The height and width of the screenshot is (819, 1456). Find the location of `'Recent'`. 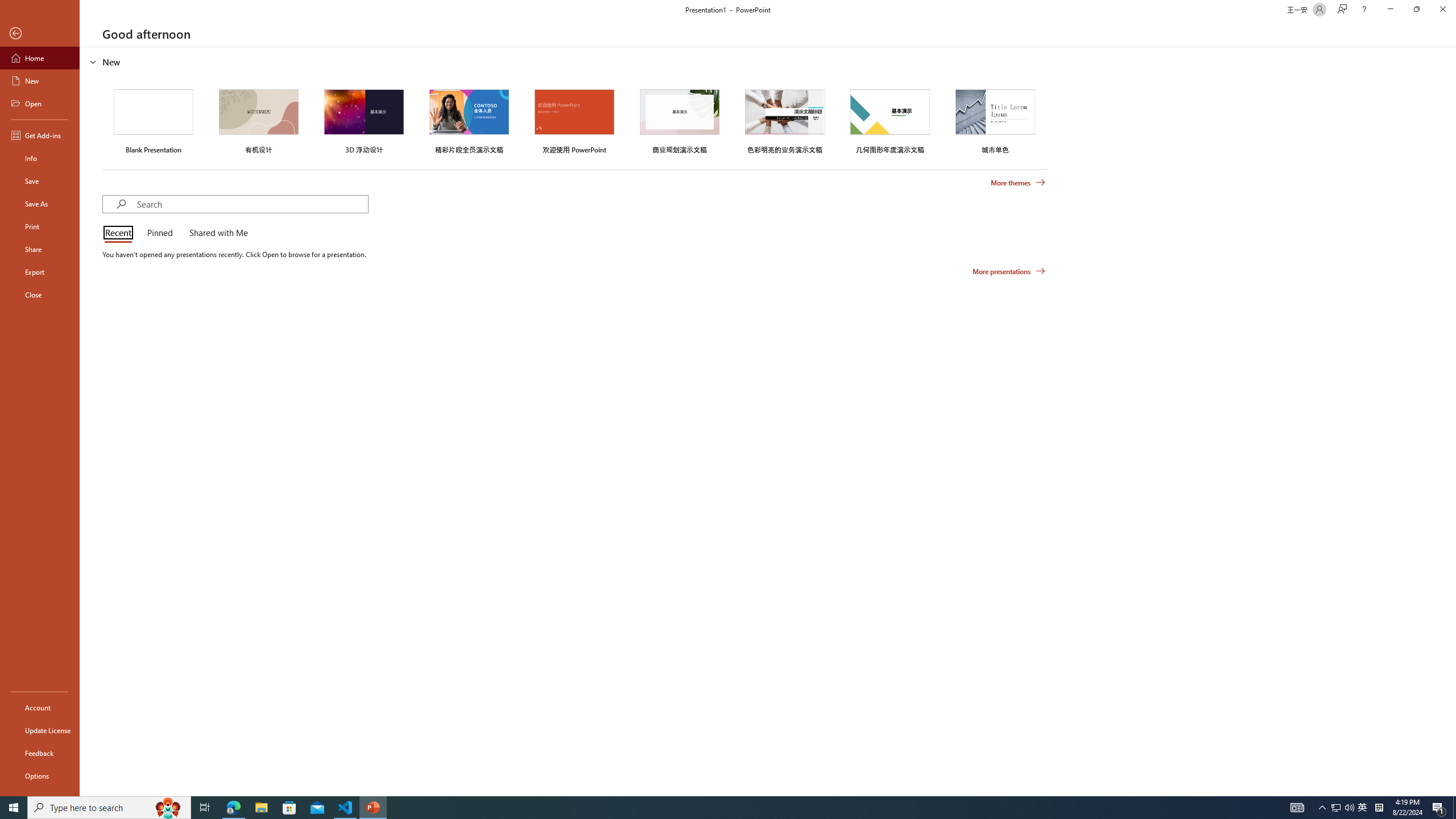

'Recent' is located at coordinates (120, 233).